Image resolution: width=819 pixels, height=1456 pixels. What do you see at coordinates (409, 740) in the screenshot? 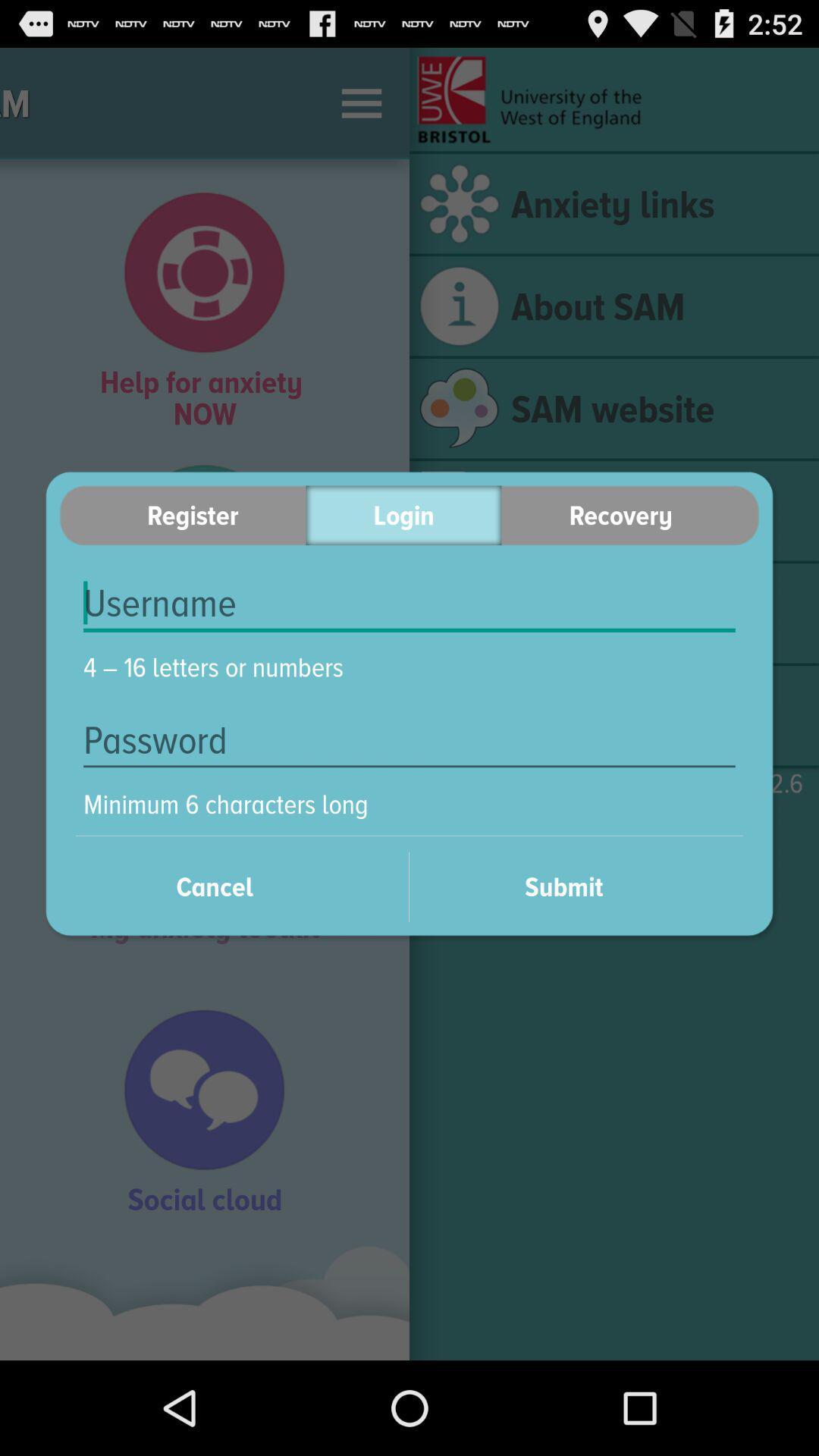
I see `the icon below 4 16 letters` at bounding box center [409, 740].